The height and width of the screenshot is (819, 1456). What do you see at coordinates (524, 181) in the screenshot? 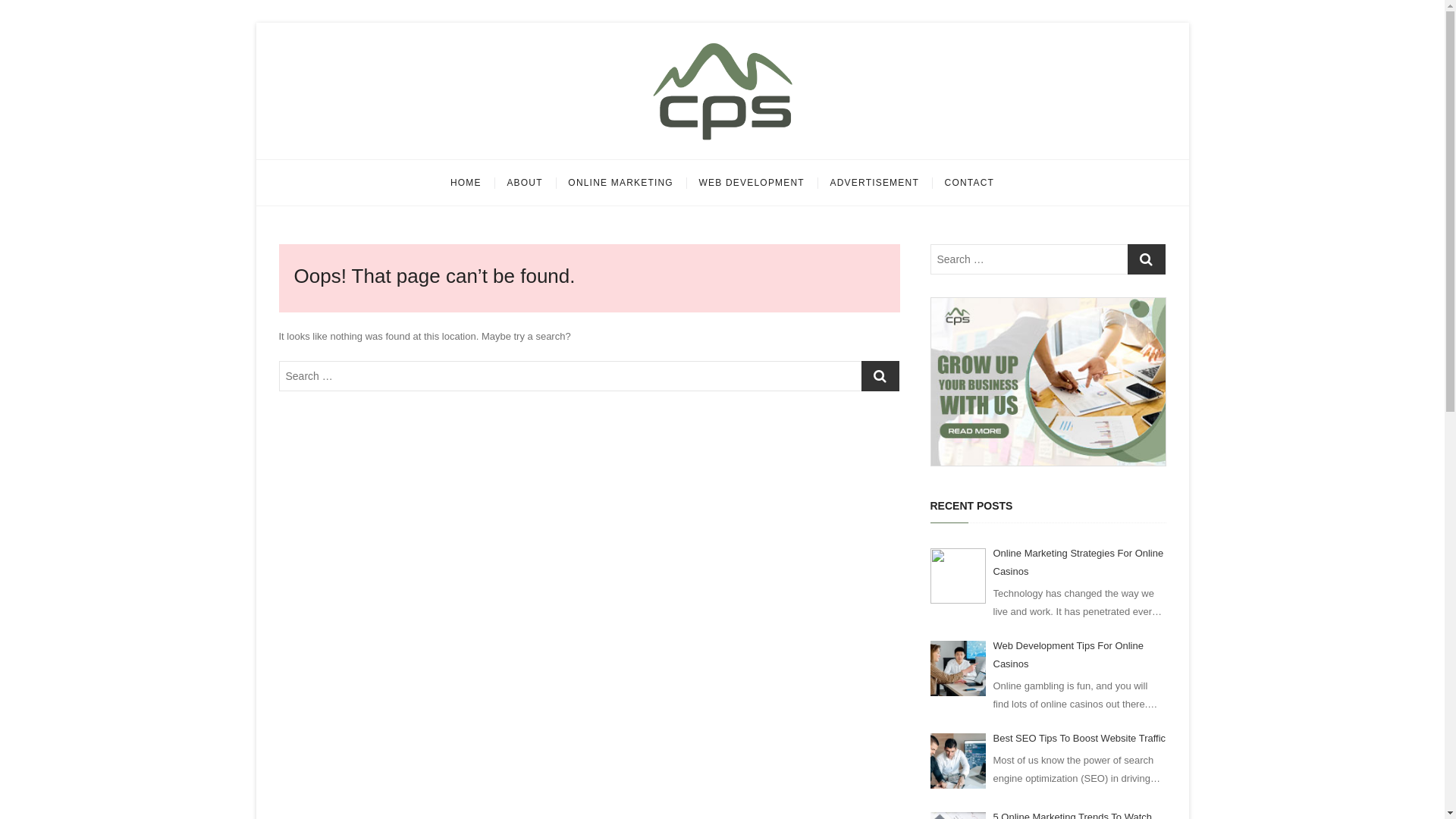
I see `'ABOUT'` at bounding box center [524, 181].